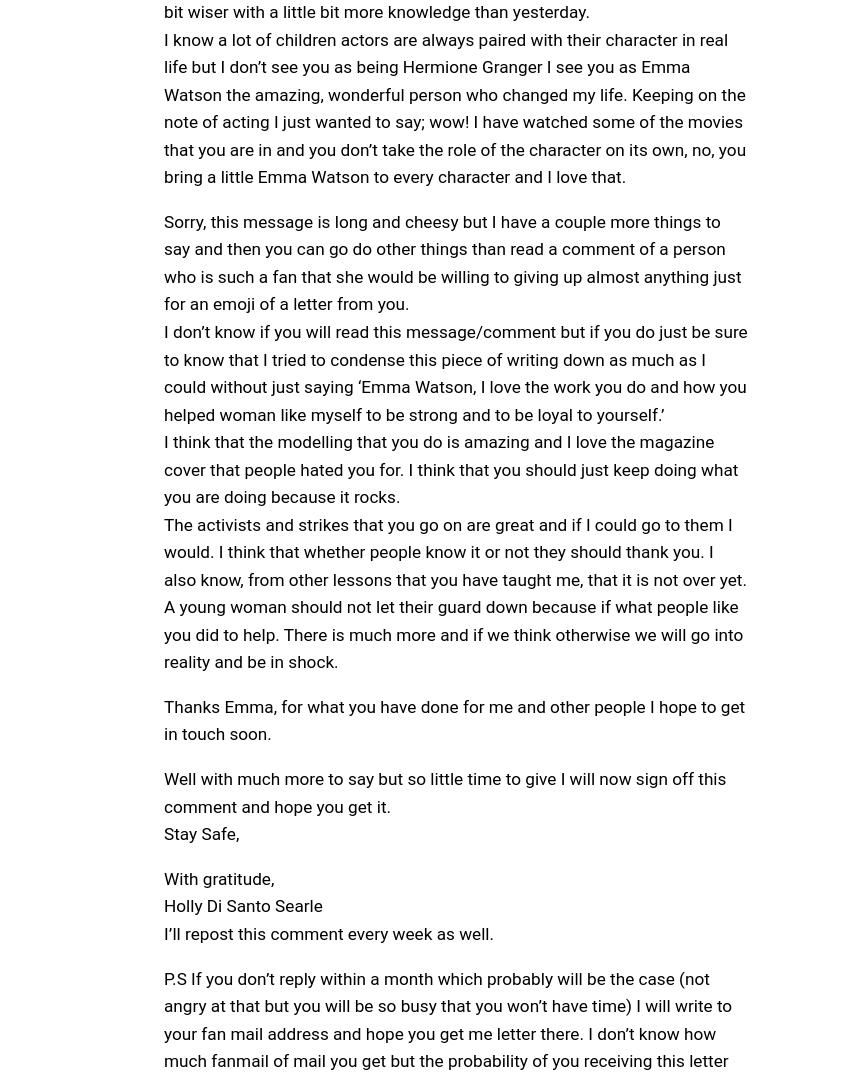  Describe the element at coordinates (243, 905) in the screenshot. I see `'Holly Di Santo Searle'` at that location.